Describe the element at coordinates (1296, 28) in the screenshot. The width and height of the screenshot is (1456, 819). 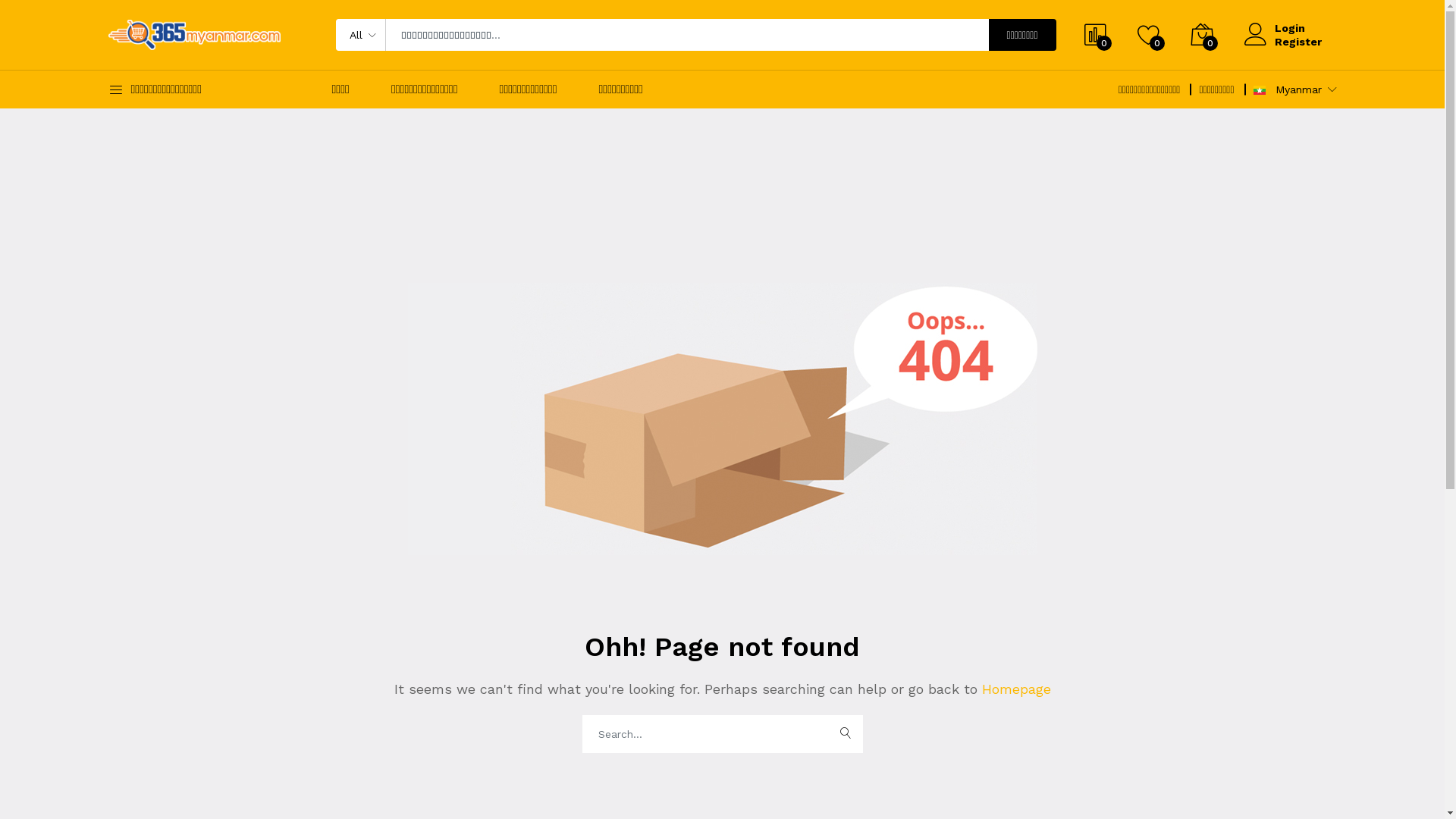
I see `'Login'` at that location.